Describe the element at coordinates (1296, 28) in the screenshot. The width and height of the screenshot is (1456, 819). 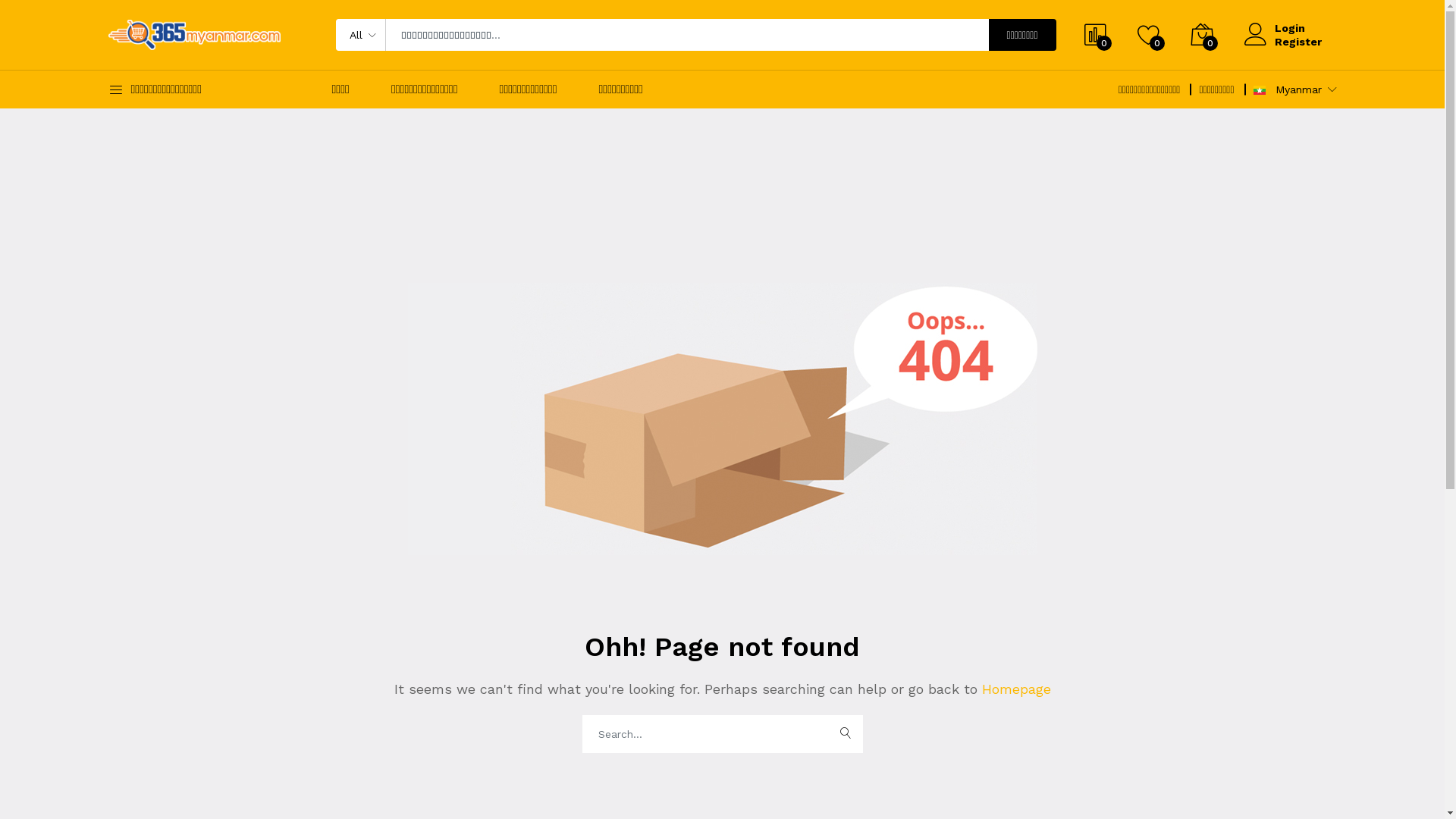
I see `'Login'` at that location.